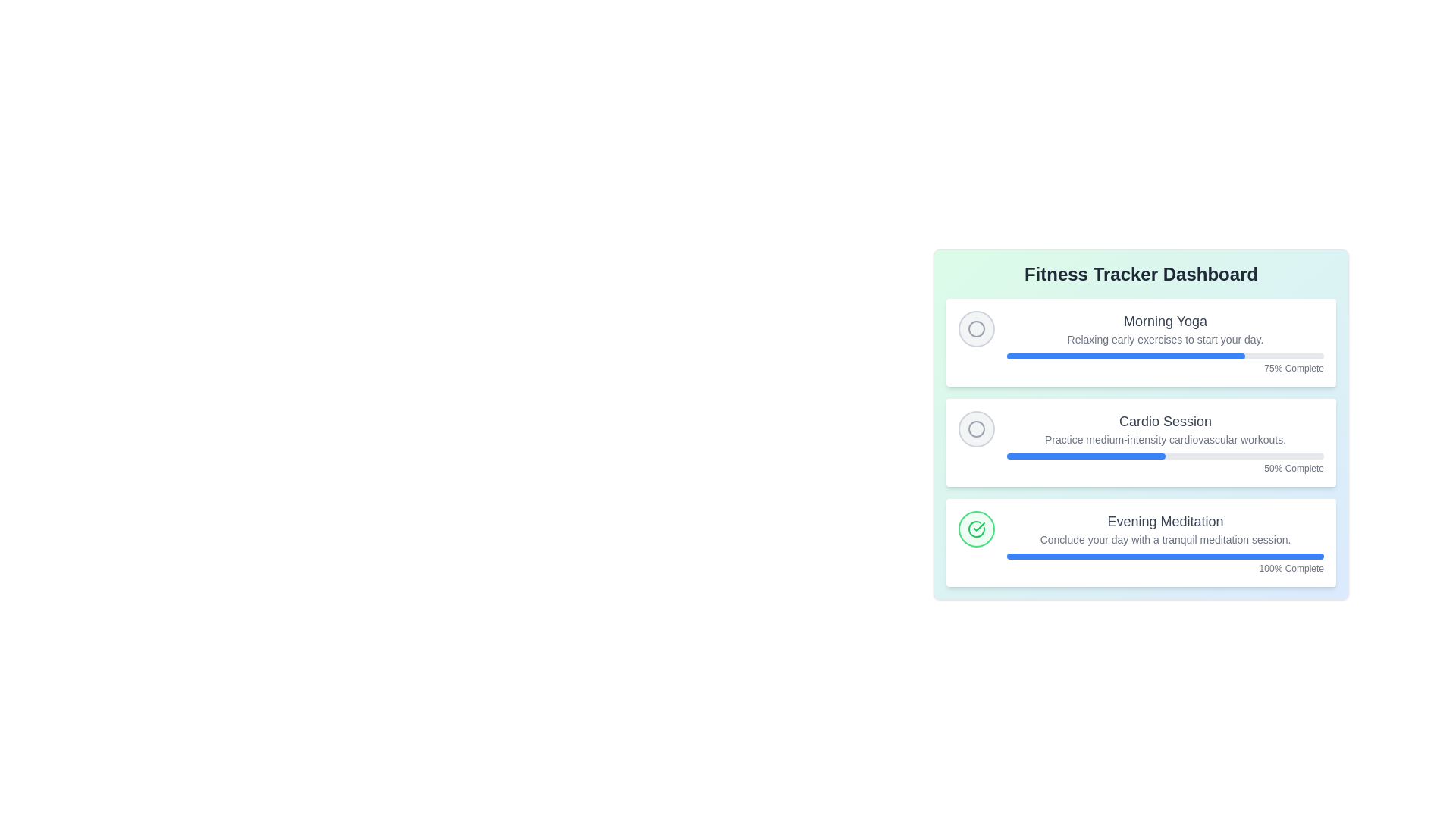  What do you see at coordinates (1164, 439) in the screenshot?
I see `the static text that provides descriptive information about the 'Cardio Session' activity, located beneath the 'Cardio Session' header and above the progress bar in the Fitness Tracker Dashboard` at bounding box center [1164, 439].